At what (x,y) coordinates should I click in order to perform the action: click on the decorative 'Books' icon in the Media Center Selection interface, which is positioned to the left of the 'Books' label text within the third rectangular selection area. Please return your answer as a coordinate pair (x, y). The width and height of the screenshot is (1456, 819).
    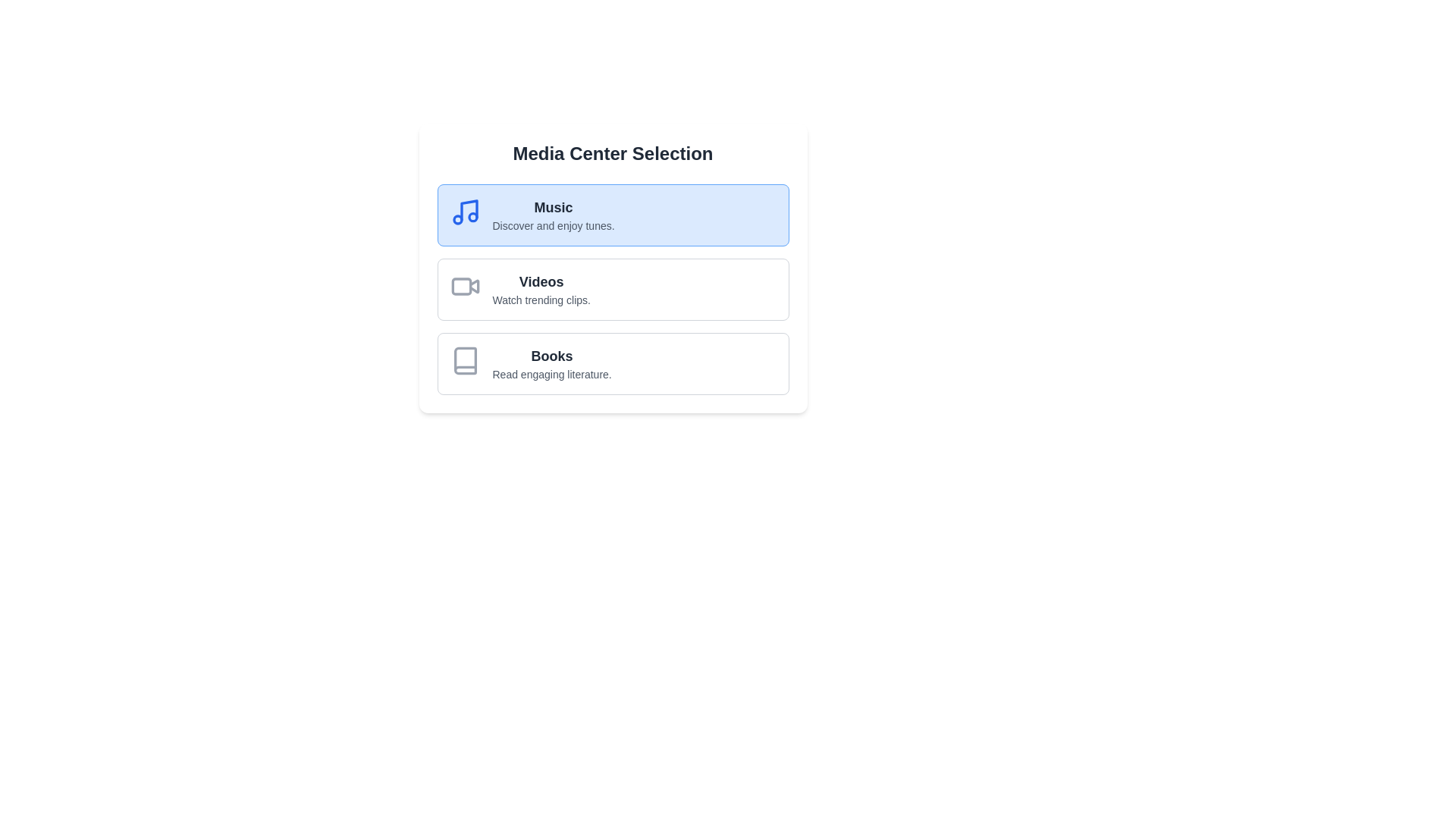
    Looking at the image, I should click on (464, 360).